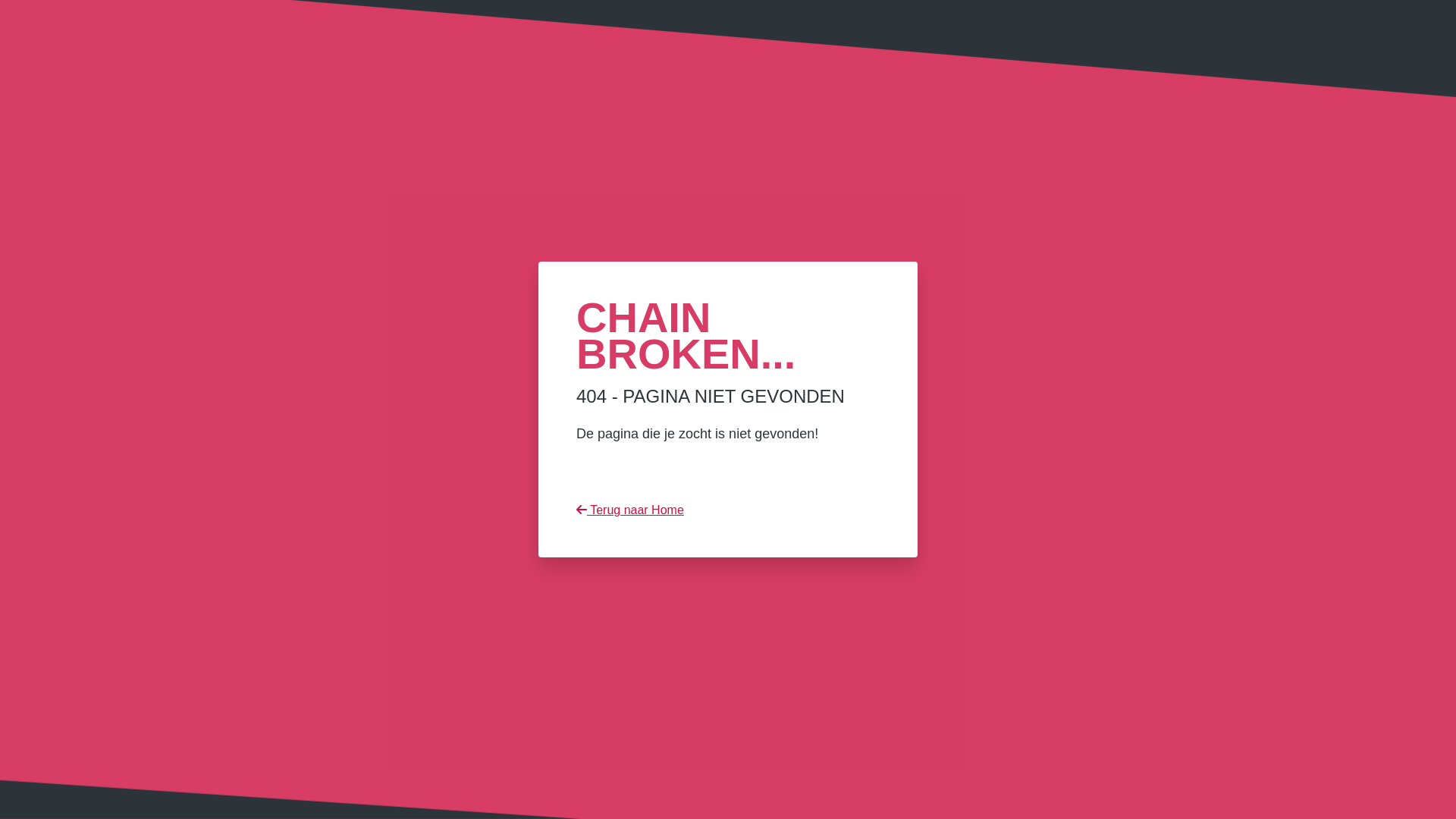  What do you see at coordinates (629, 510) in the screenshot?
I see `'Terug naar Home'` at bounding box center [629, 510].